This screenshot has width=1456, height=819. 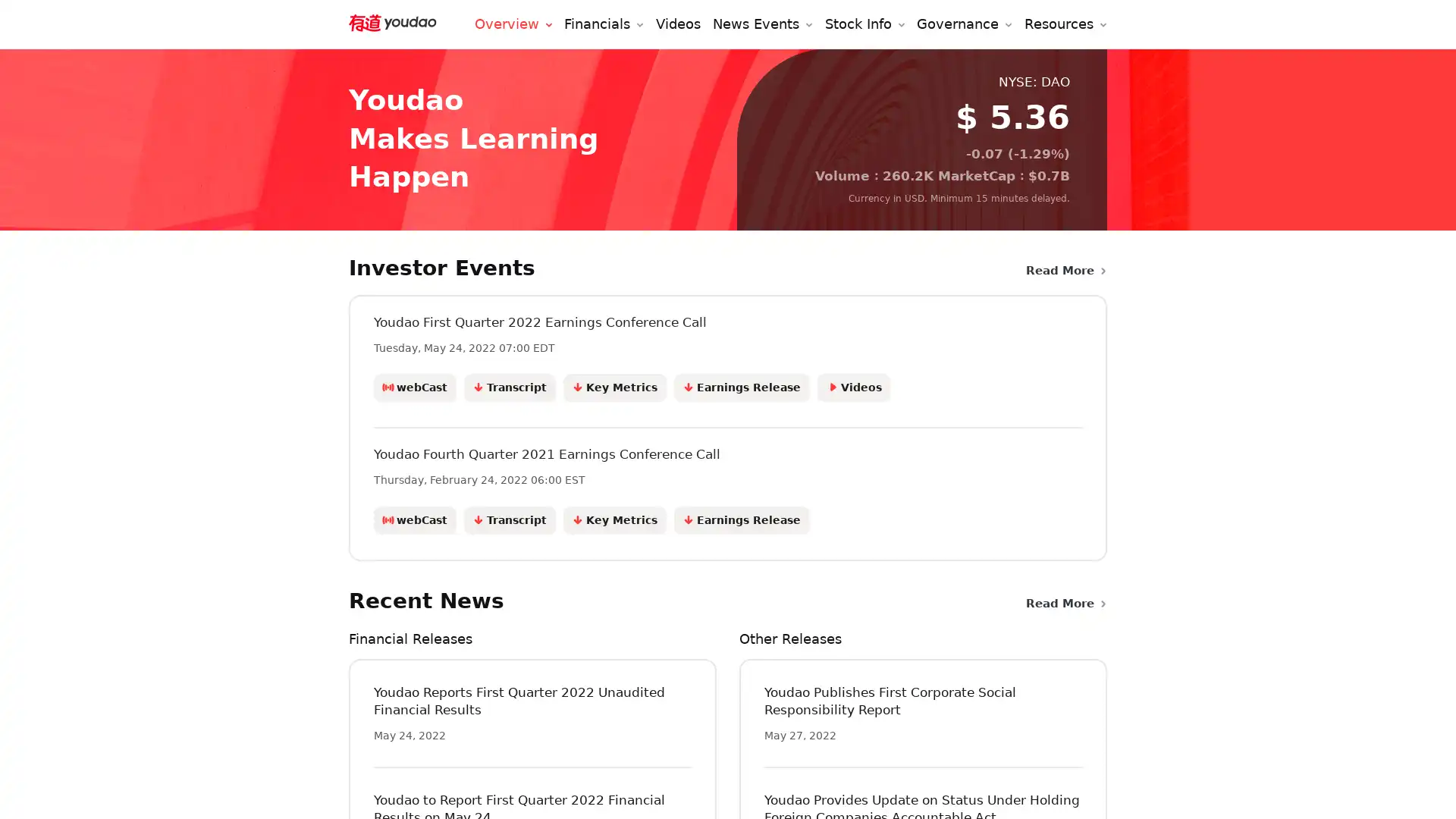 What do you see at coordinates (414, 519) in the screenshot?
I see `webCast` at bounding box center [414, 519].